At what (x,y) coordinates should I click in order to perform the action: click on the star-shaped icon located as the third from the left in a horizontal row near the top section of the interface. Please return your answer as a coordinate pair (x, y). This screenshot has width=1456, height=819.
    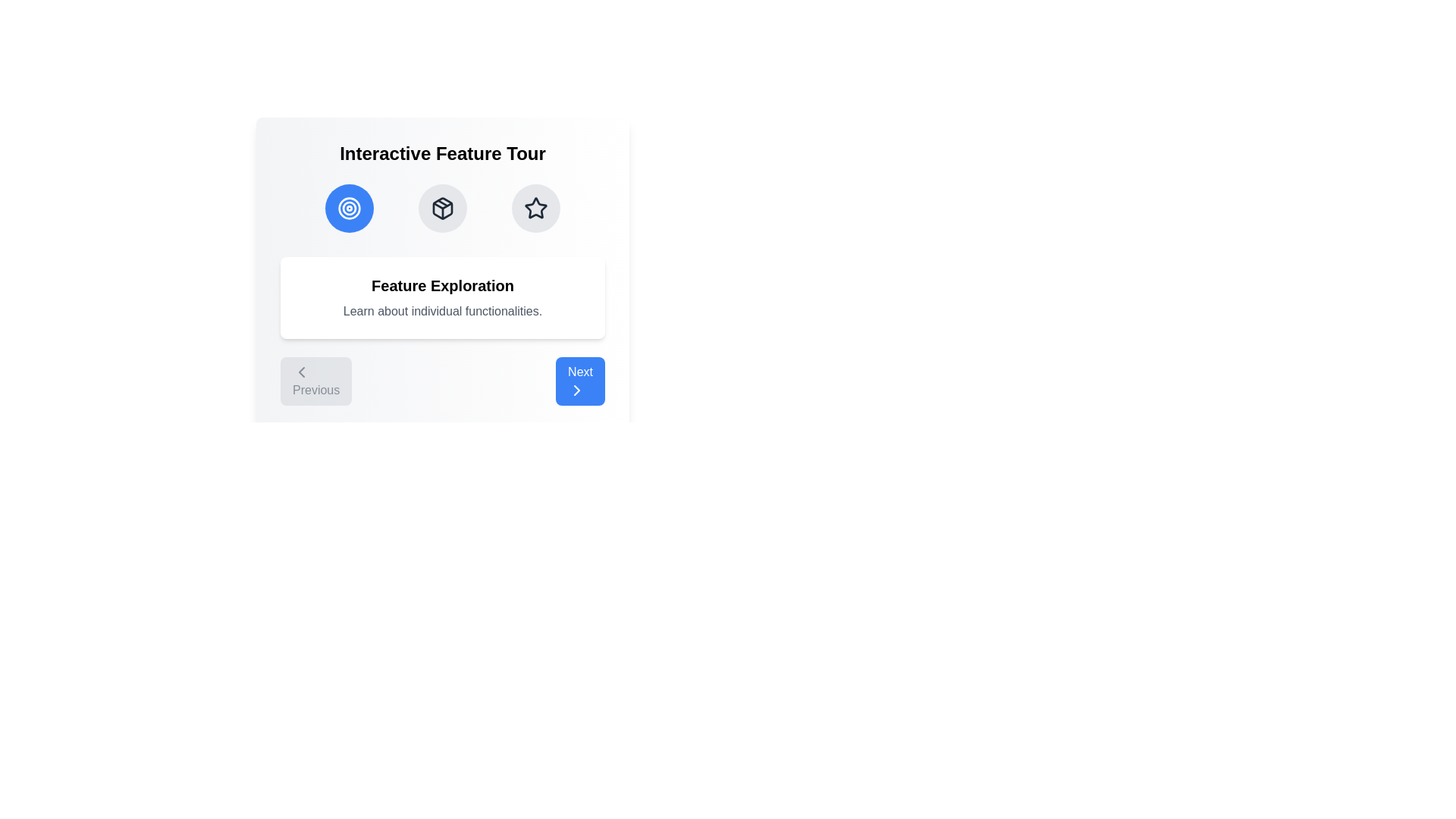
    Looking at the image, I should click on (535, 208).